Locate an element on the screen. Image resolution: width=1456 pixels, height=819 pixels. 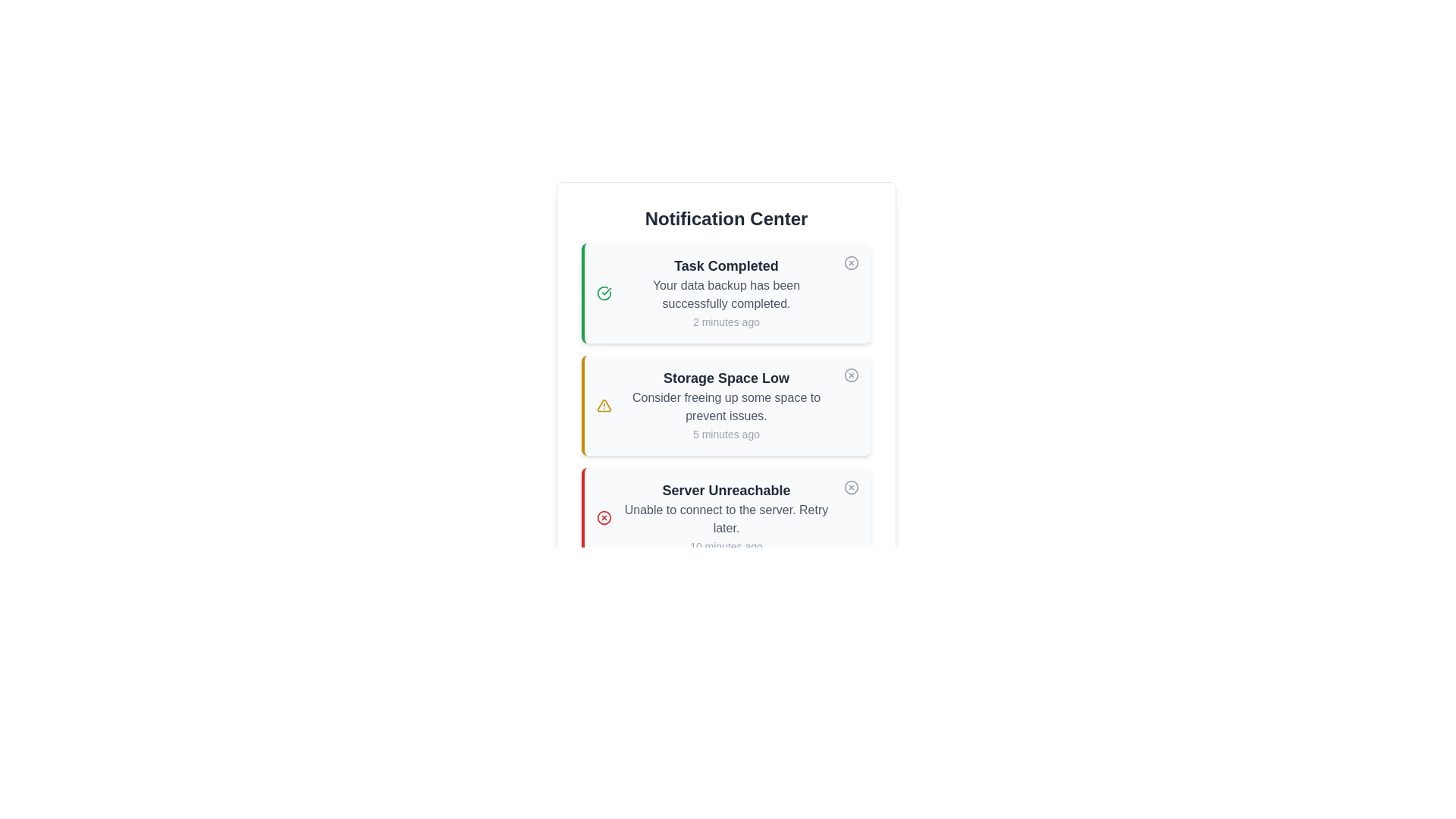
text content of the title label located at the top of the second notification card in the notification center is located at coordinates (726, 377).